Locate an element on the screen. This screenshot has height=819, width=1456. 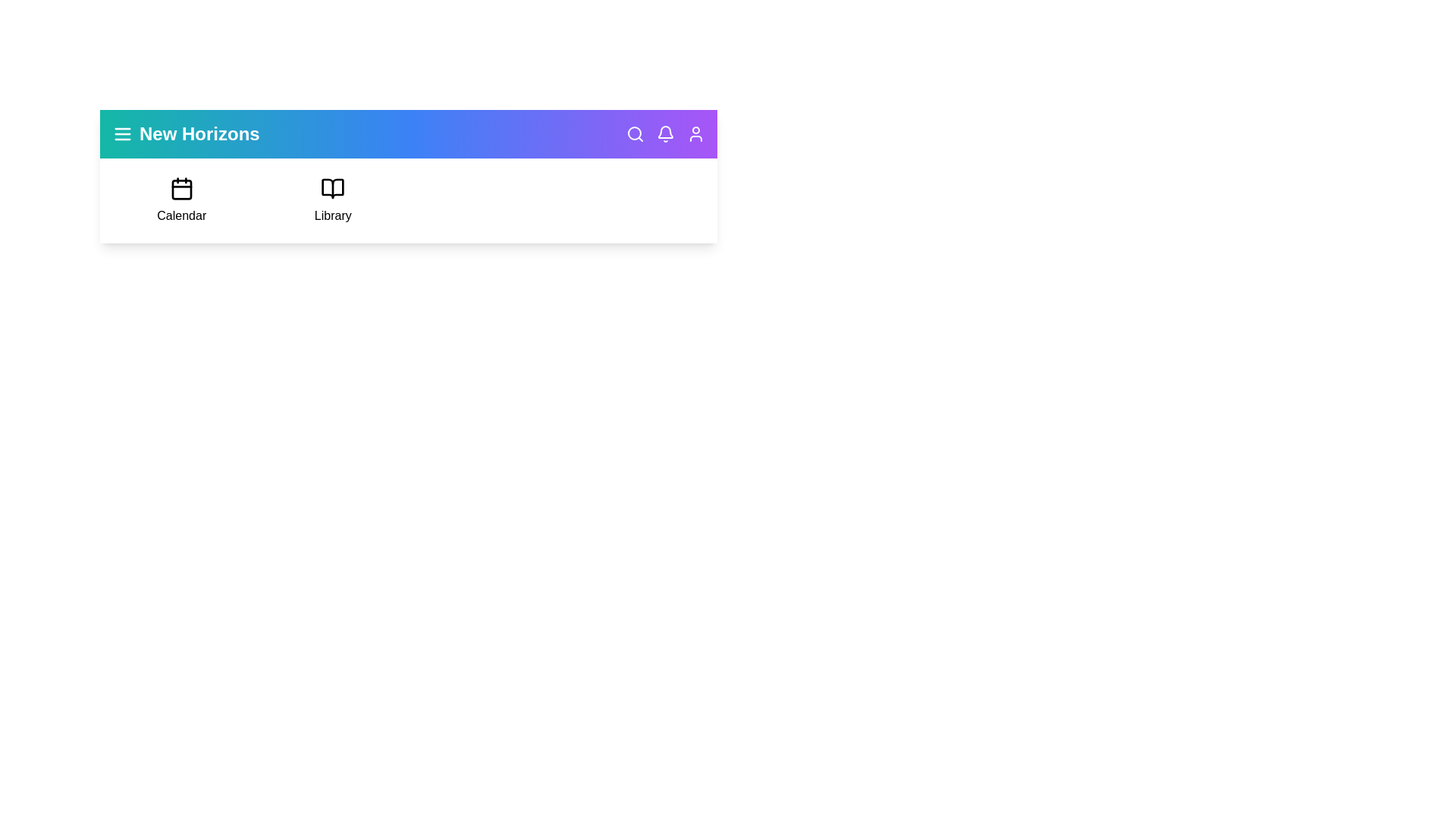
the user profile icon located at the top-right corner of the app bar is located at coordinates (695, 133).